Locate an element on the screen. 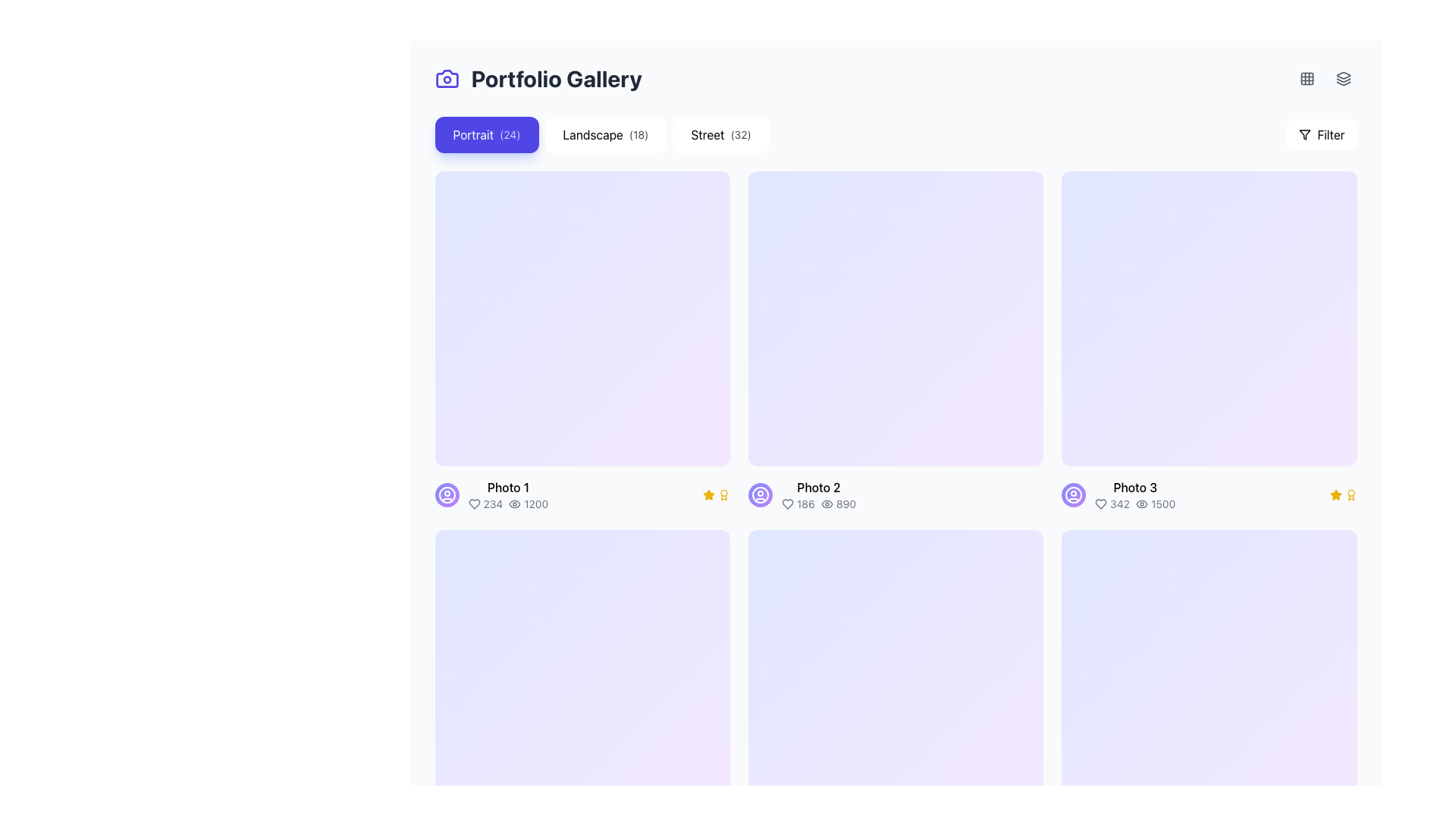 Image resolution: width=1456 pixels, height=819 pixels. the first portfolio item in the grid layout under the 'Portrait' tab is located at coordinates (582, 341).